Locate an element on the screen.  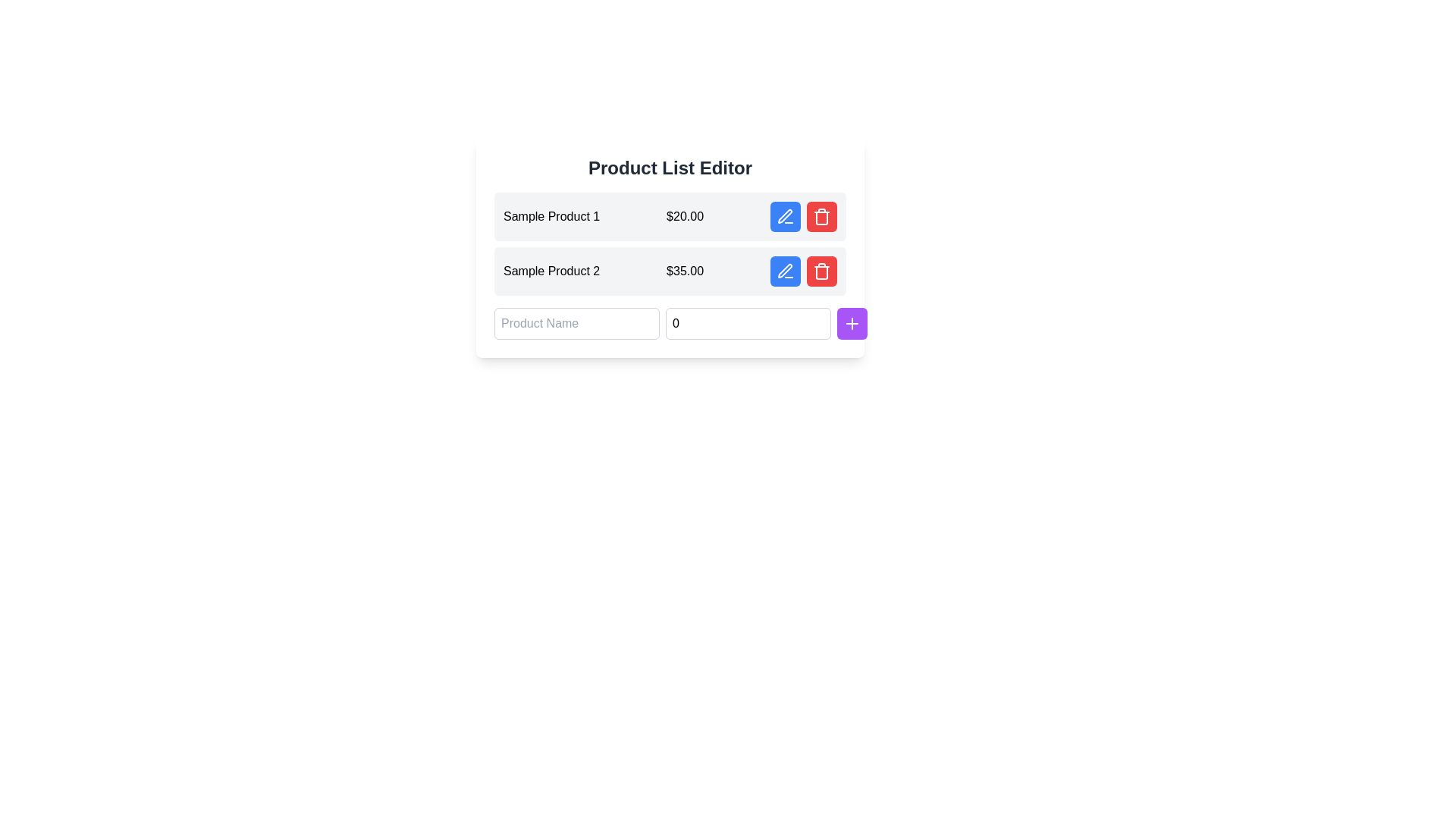
the blue circular button with a white pen icon, located to the right of 'Sample Product 2' and '$35.00', in the second row of product information is located at coordinates (786, 271).